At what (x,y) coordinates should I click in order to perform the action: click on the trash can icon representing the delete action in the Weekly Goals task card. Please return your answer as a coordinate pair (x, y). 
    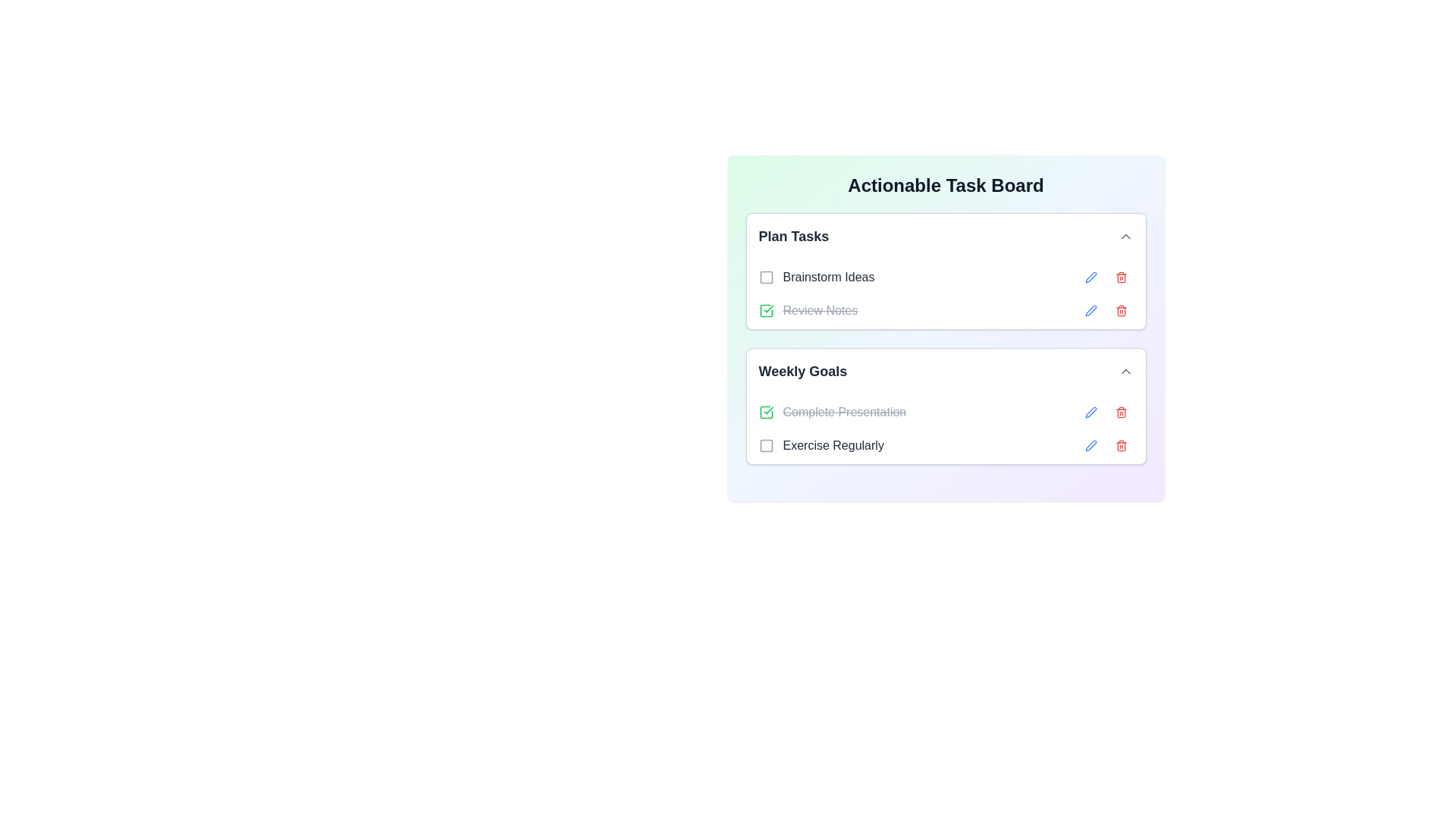
    Looking at the image, I should click on (1121, 446).